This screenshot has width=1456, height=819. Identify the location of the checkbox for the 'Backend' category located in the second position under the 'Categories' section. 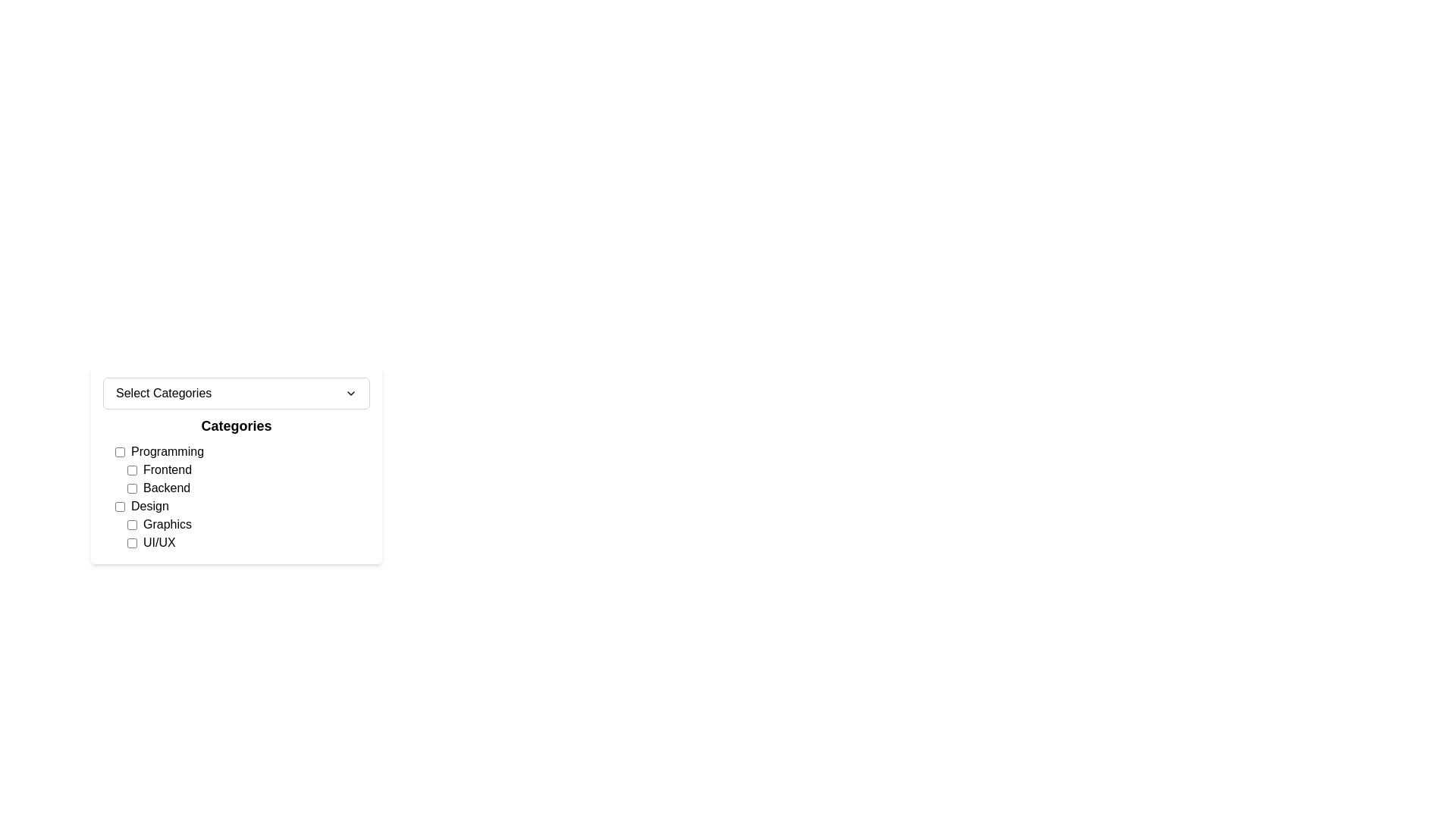
(132, 488).